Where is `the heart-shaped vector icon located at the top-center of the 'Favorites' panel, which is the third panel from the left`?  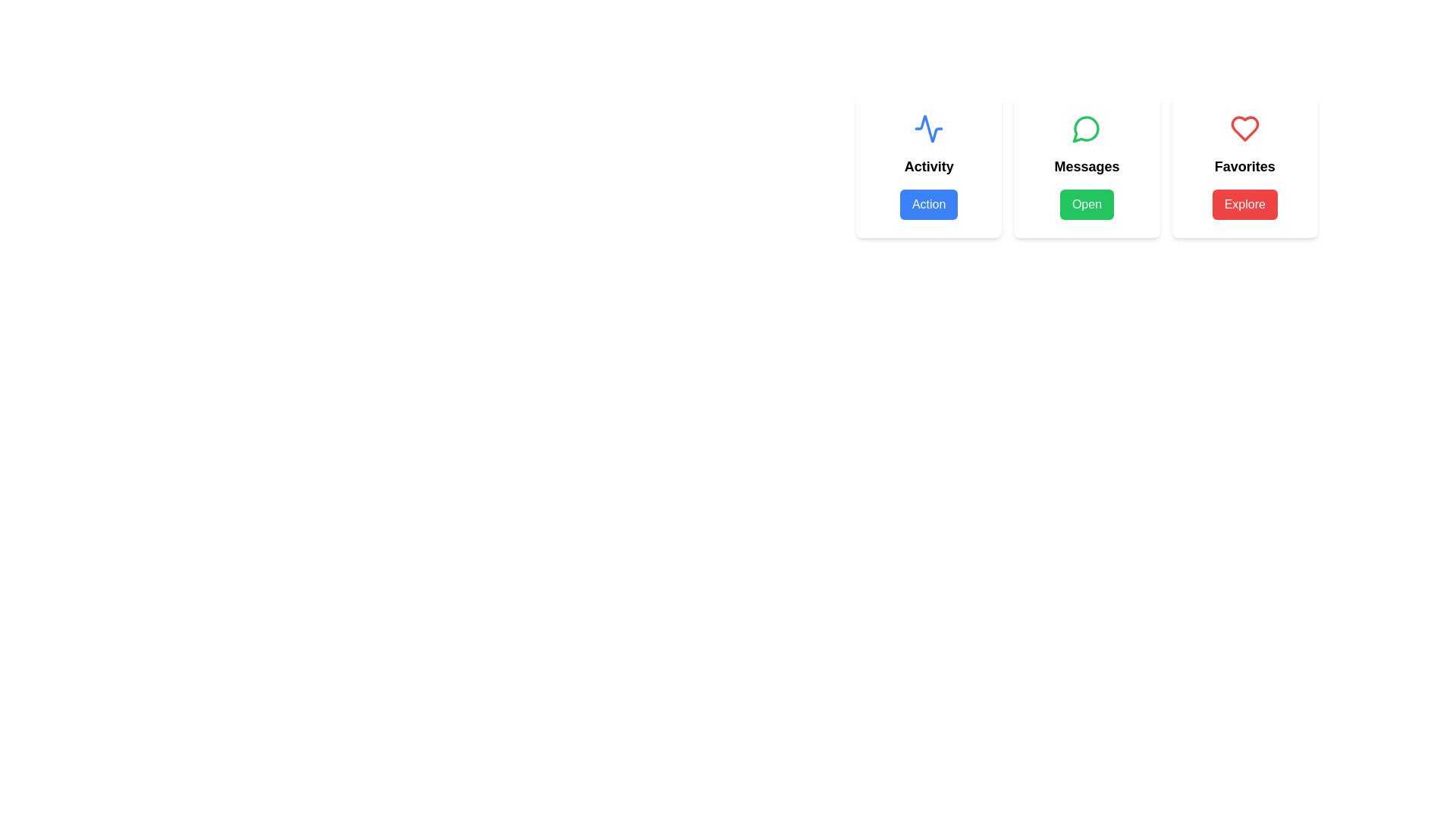 the heart-shaped vector icon located at the top-center of the 'Favorites' panel, which is the third panel from the left is located at coordinates (1244, 127).